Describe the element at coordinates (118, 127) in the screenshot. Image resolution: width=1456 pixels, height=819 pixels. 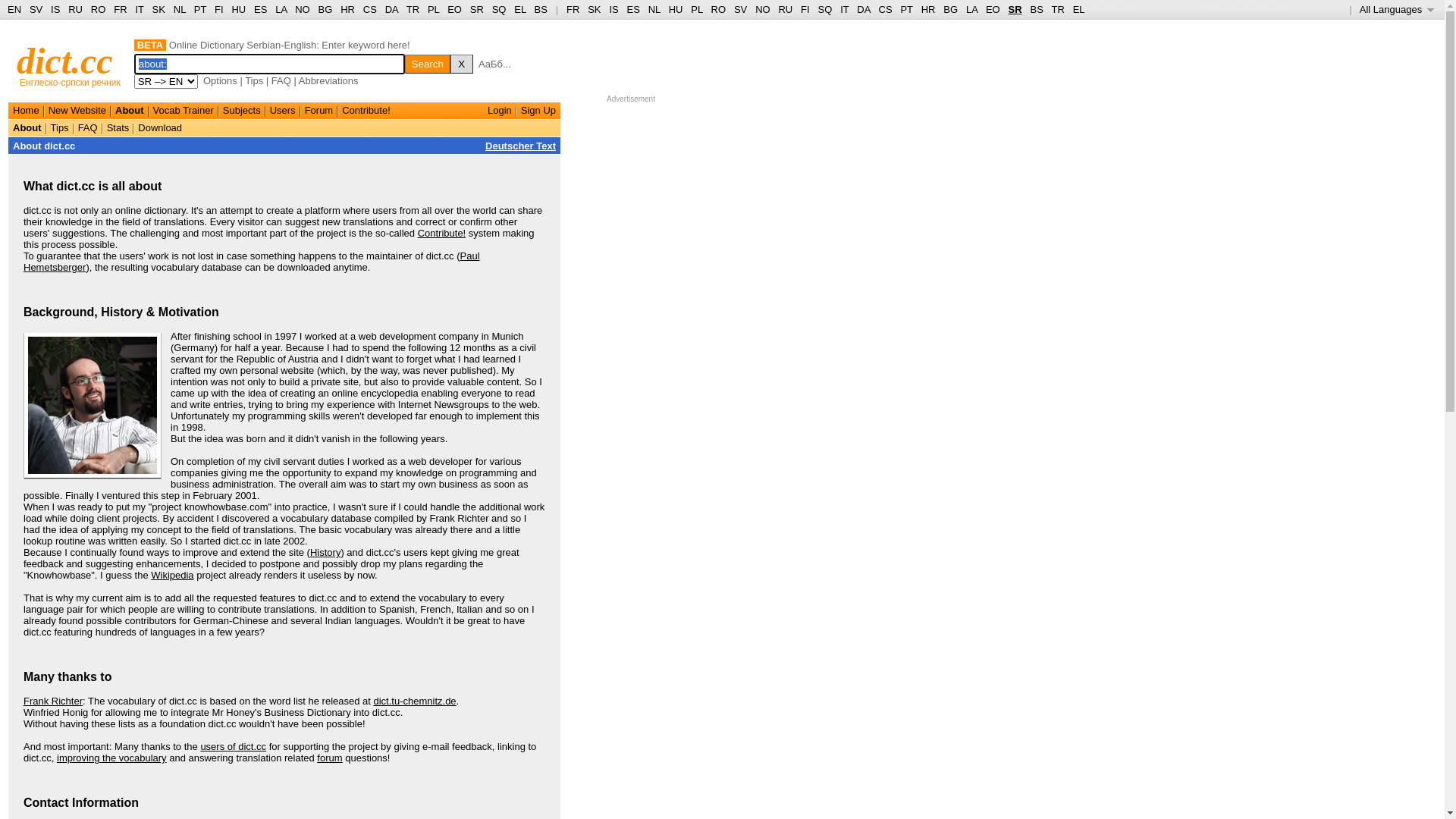
I see `'Stats'` at that location.